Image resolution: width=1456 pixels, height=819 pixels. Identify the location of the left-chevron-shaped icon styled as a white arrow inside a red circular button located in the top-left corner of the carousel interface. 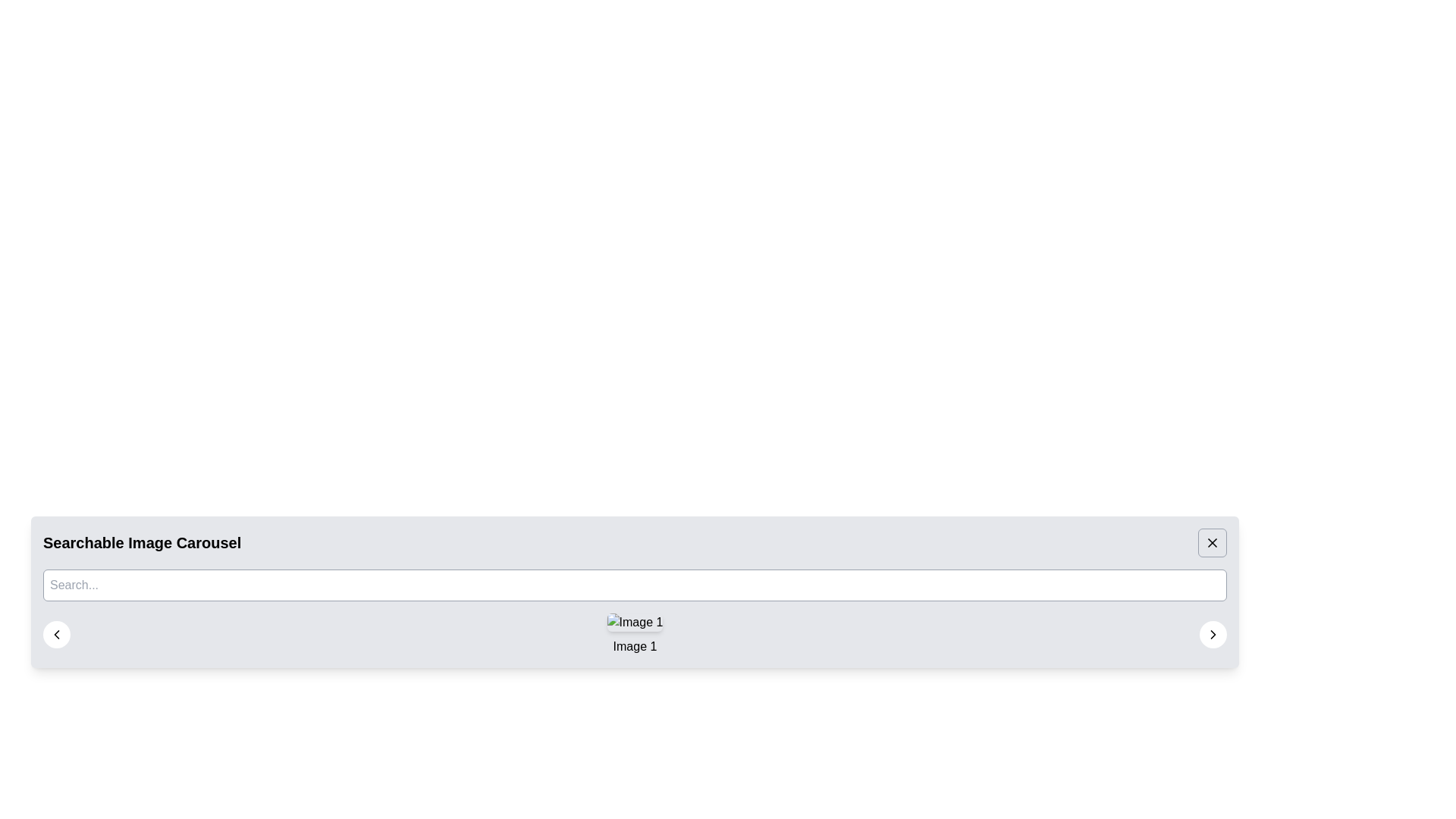
(57, 635).